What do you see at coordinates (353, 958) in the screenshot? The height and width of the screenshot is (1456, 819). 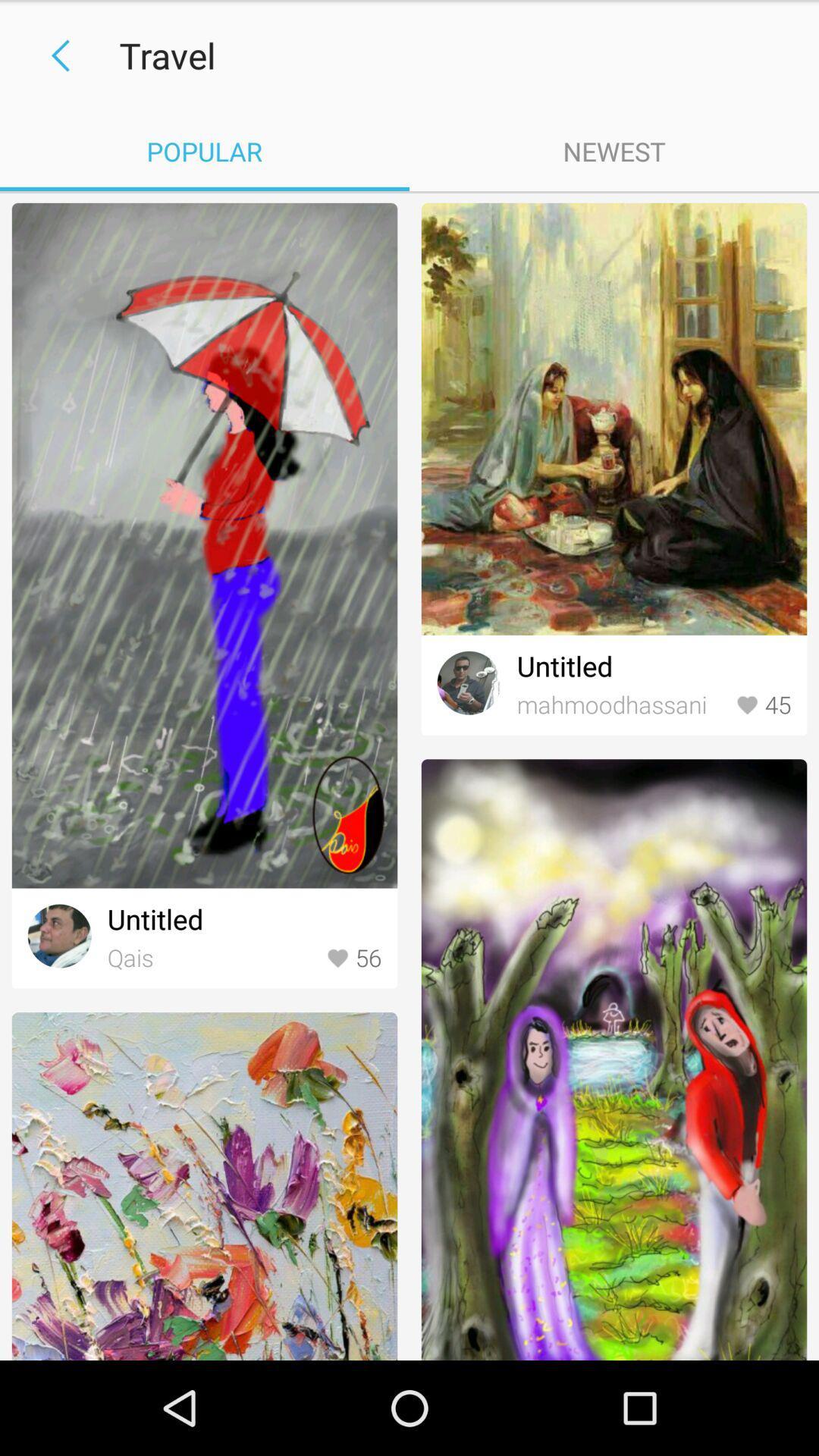 I see `the 56 icon` at bounding box center [353, 958].